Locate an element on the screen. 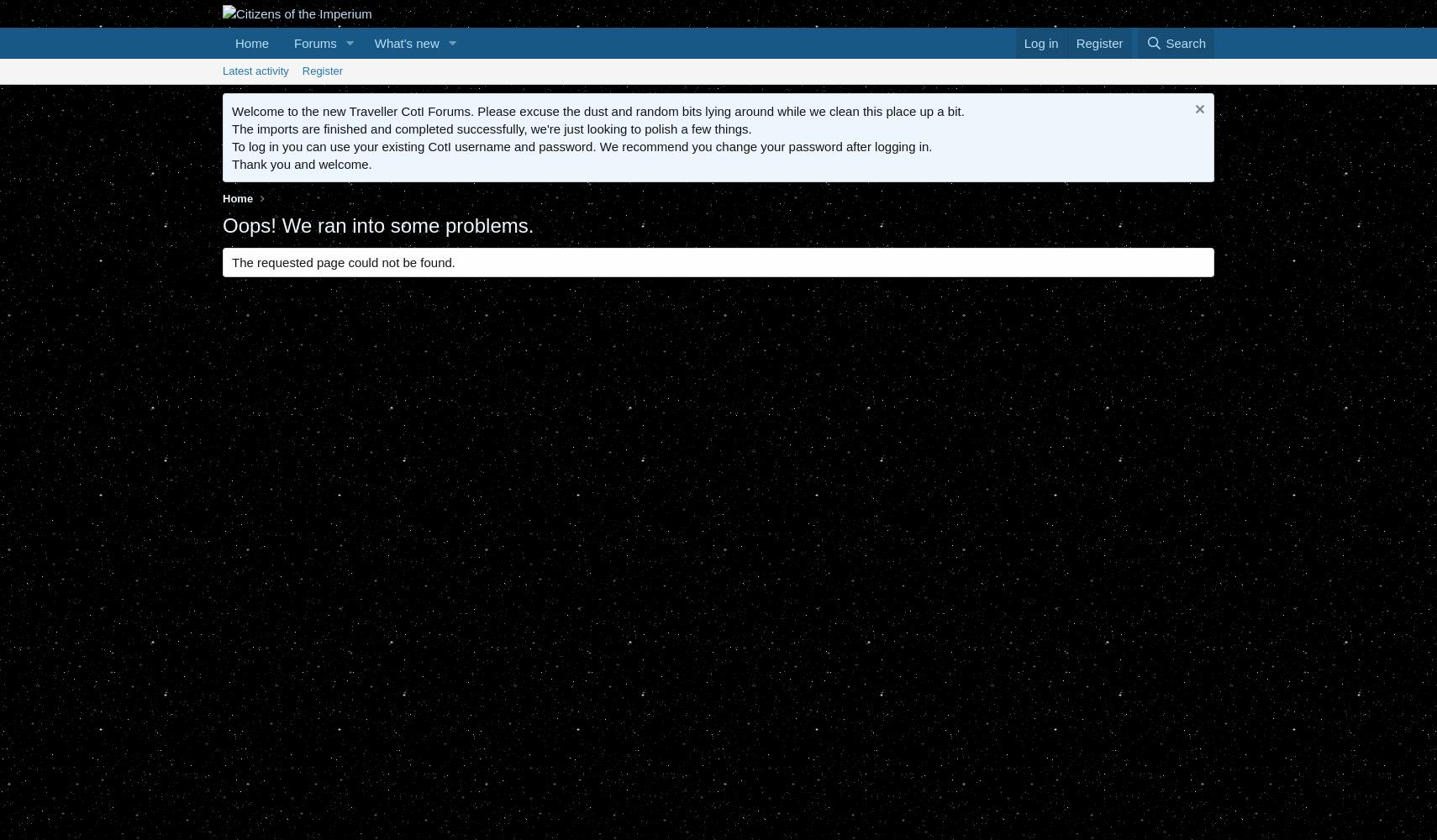 The height and width of the screenshot is (840, 1437). 'To log in you can use your existing CotI username and password. We recommend you change your password after logging in.' is located at coordinates (582, 146).